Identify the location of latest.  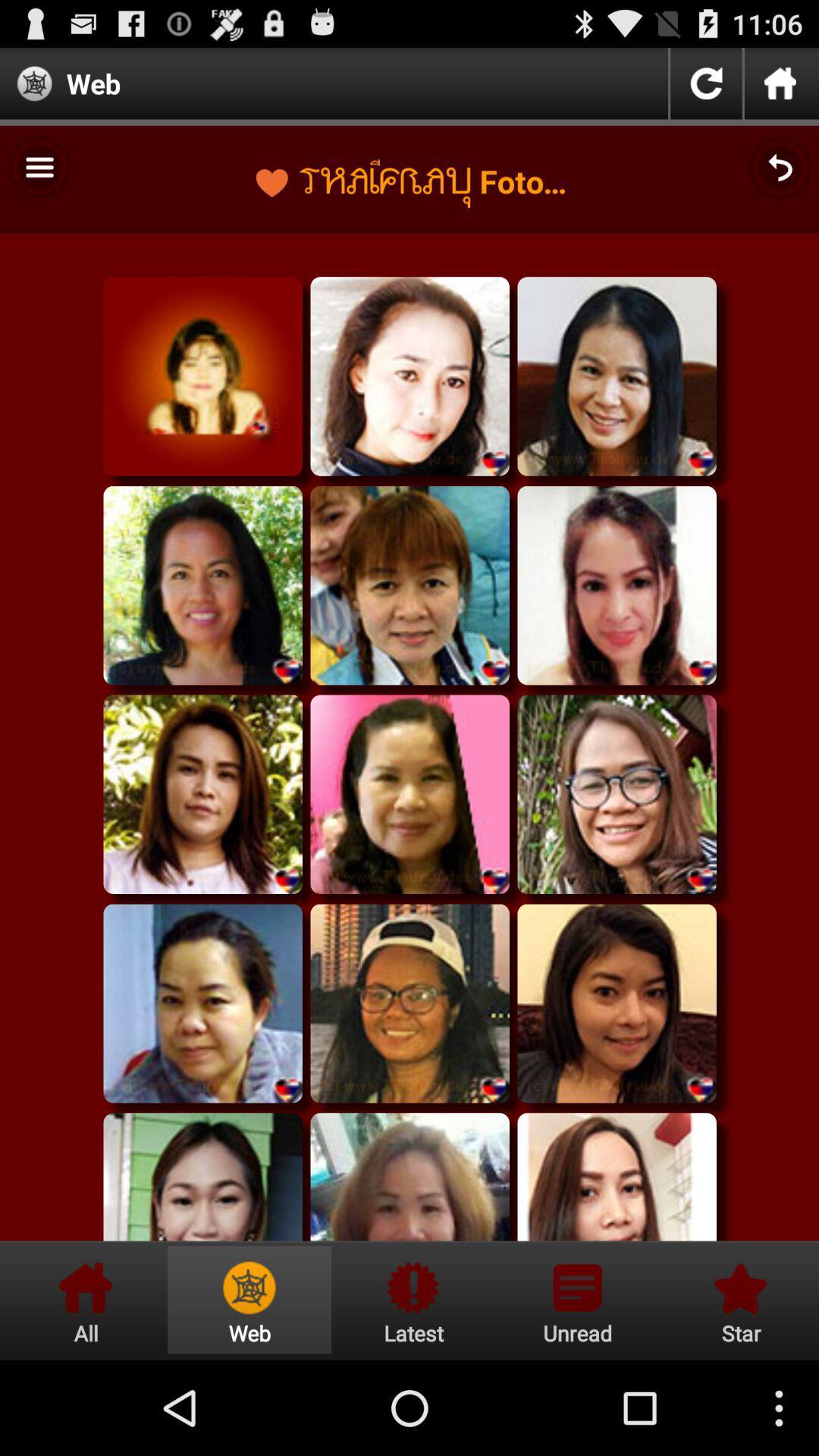
(413, 1299).